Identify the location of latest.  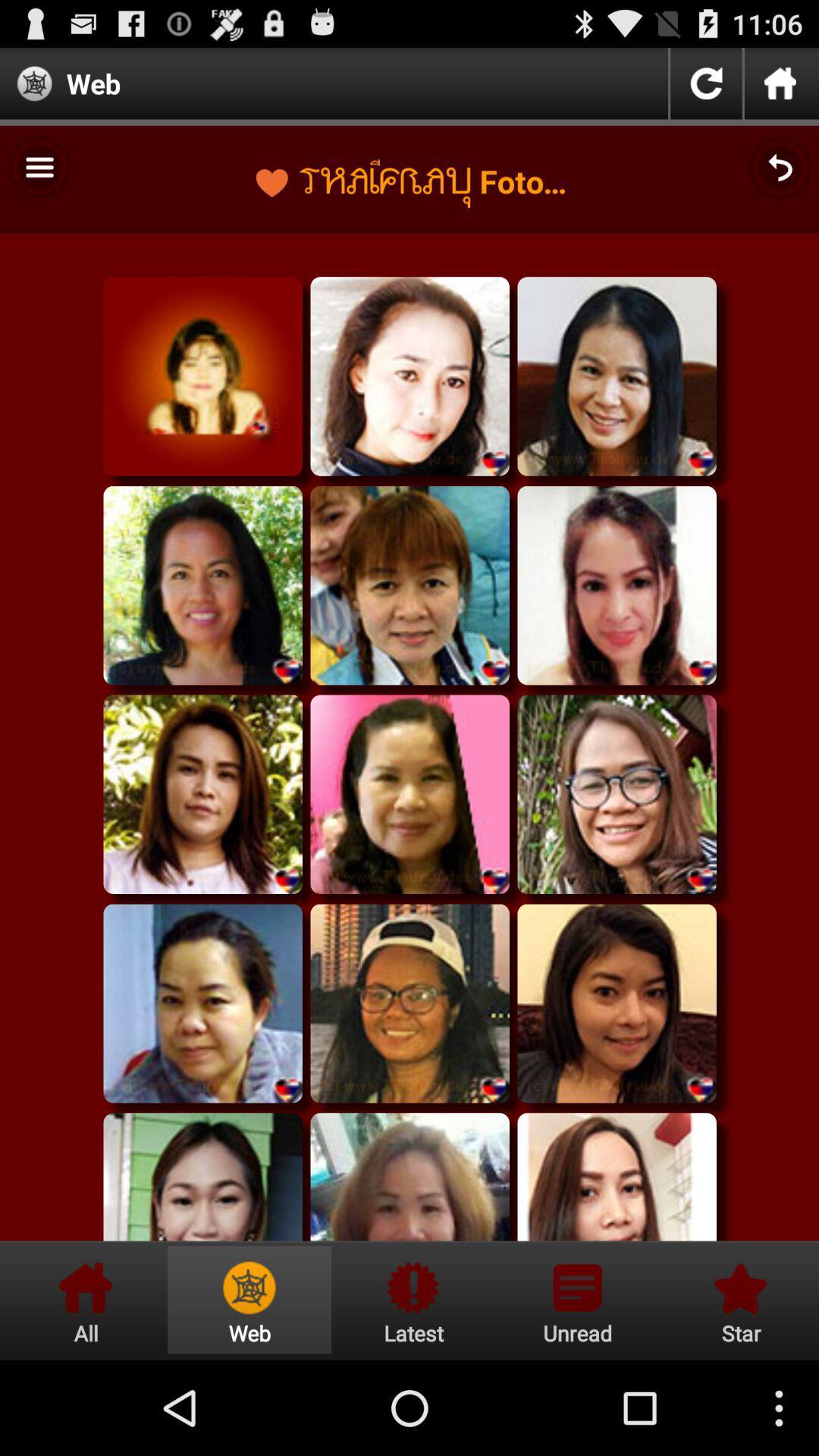
(413, 1299).